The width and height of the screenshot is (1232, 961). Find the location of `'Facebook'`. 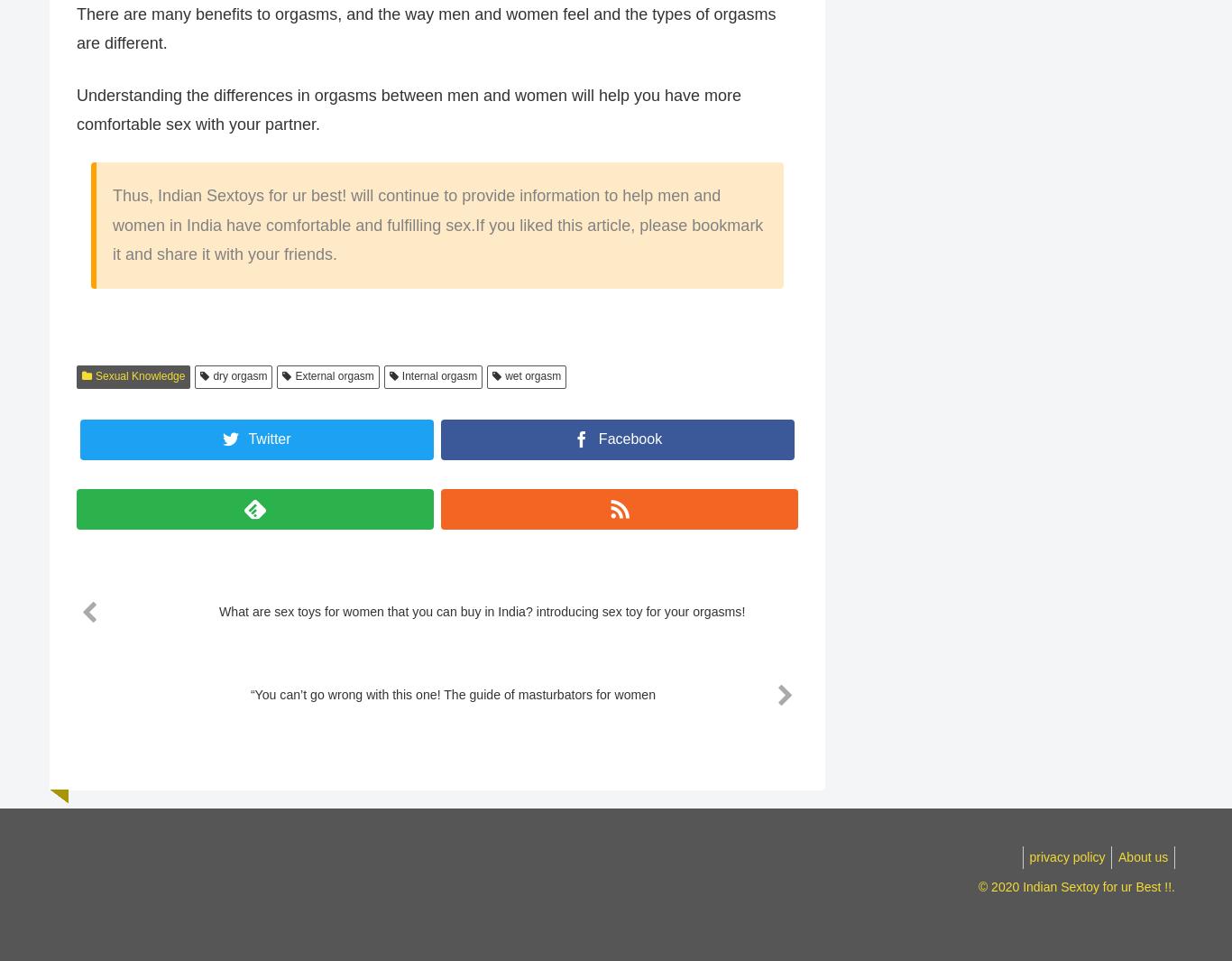

'Facebook' is located at coordinates (630, 439).